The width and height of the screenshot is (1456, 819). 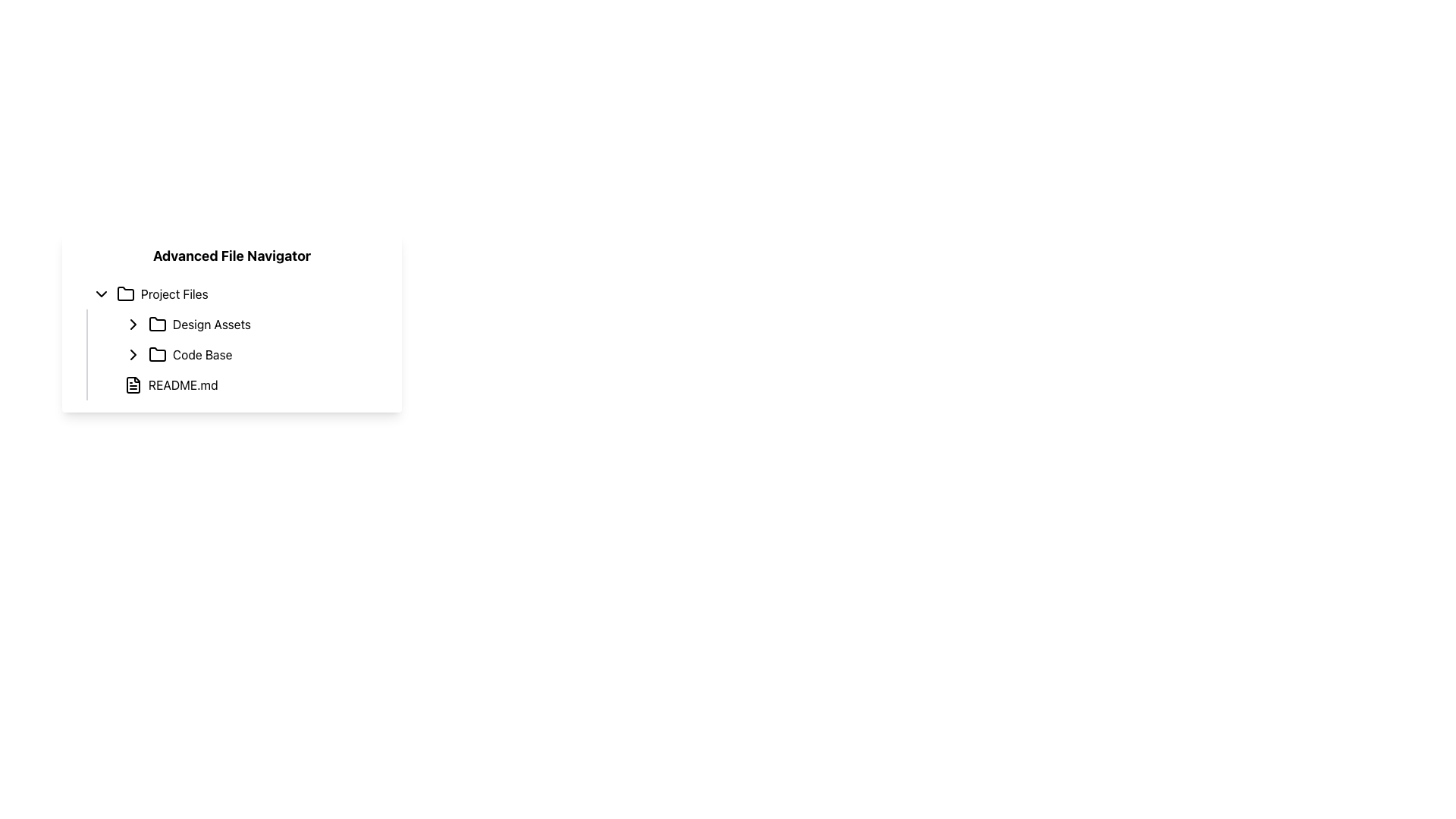 I want to click on the folder entry in the file tree component, which is the second item below 'Design Assets' and above 'README.md', so click(x=247, y=354).